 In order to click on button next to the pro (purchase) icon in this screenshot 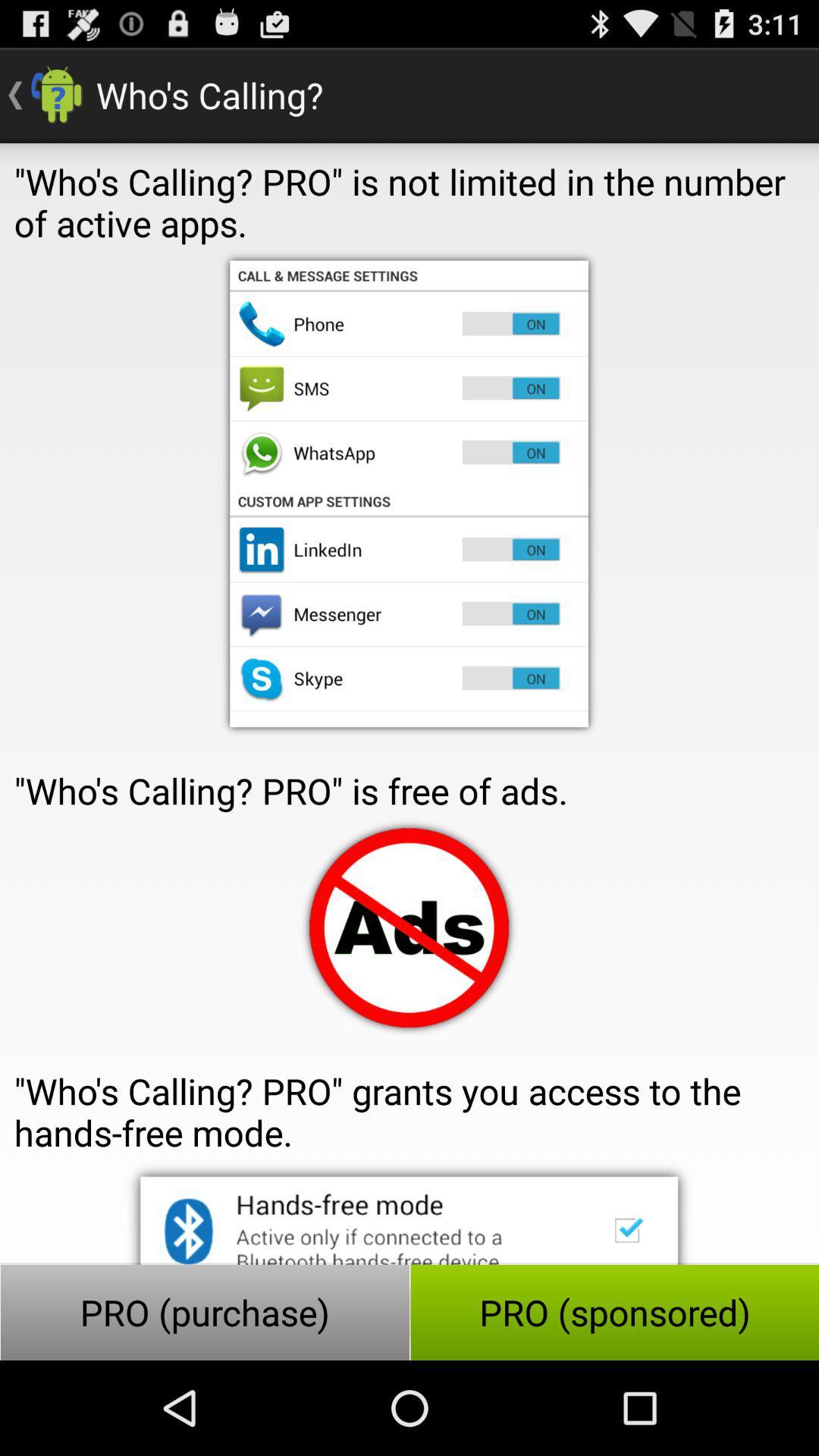, I will do `click(614, 1312)`.